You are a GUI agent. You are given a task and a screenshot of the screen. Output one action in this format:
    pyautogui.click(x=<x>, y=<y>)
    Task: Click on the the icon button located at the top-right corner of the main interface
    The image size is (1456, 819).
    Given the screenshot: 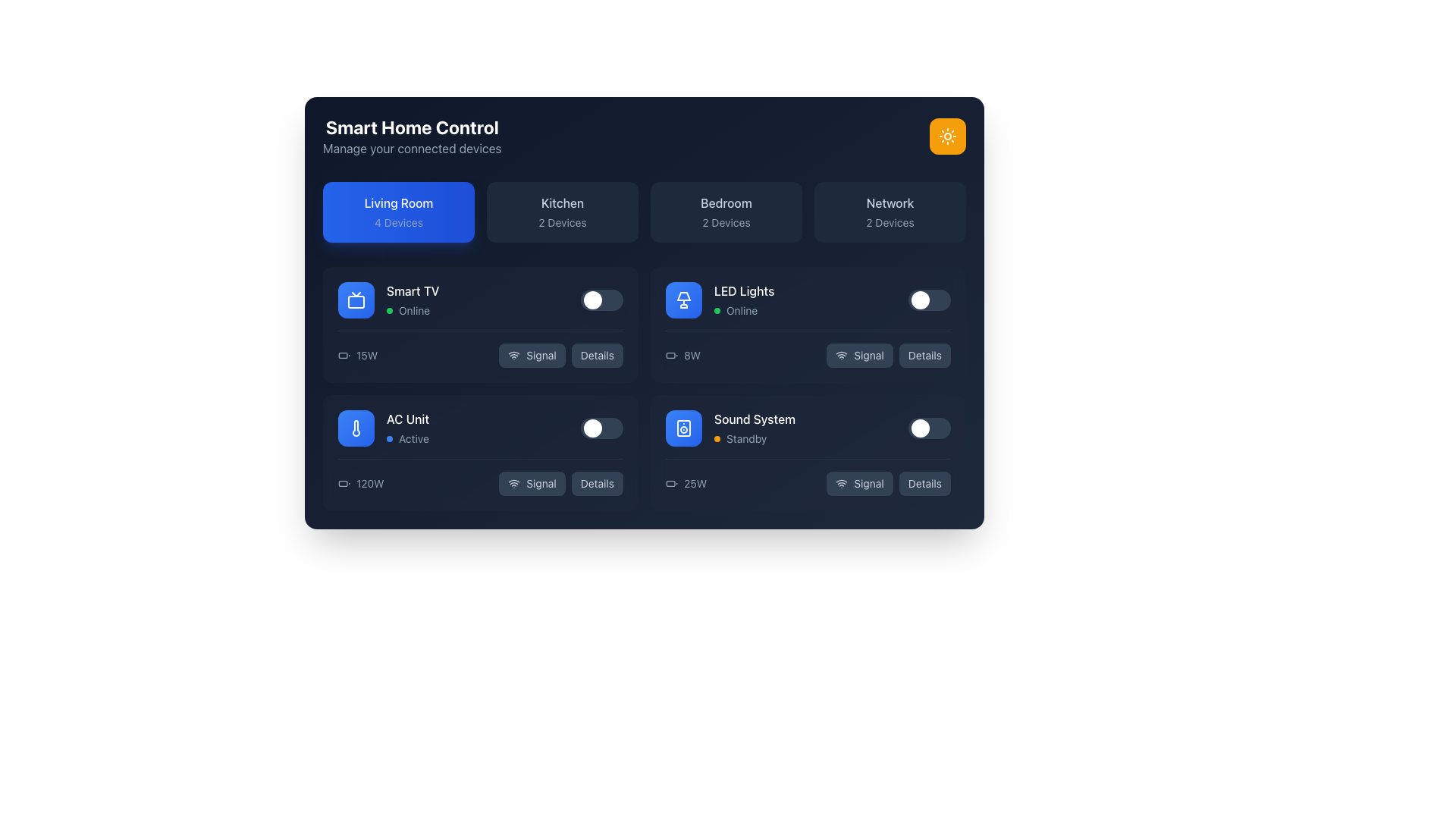 What is the action you would take?
    pyautogui.click(x=946, y=136)
    